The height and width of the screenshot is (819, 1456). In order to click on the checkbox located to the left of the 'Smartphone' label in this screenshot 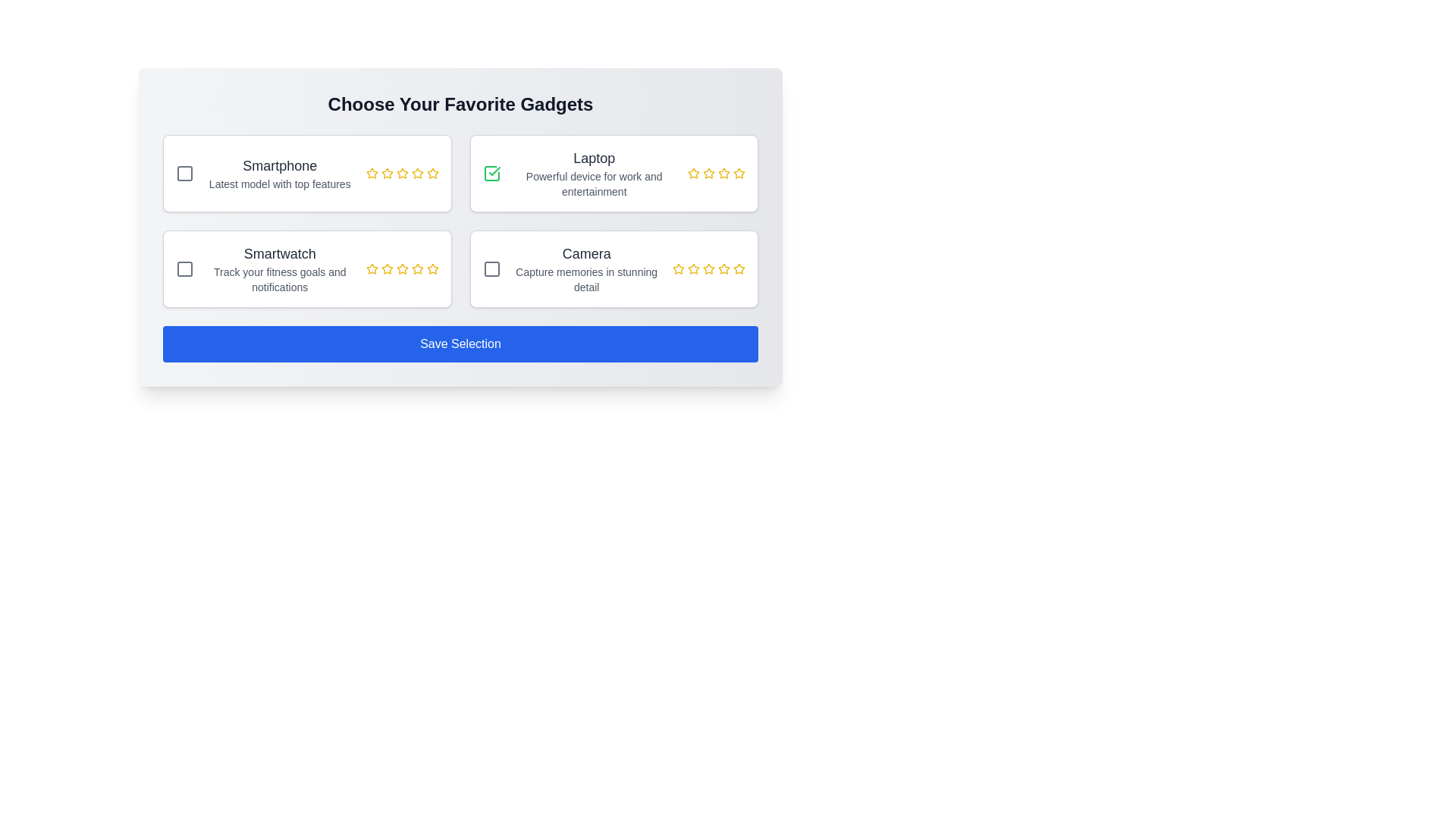, I will do `click(184, 172)`.